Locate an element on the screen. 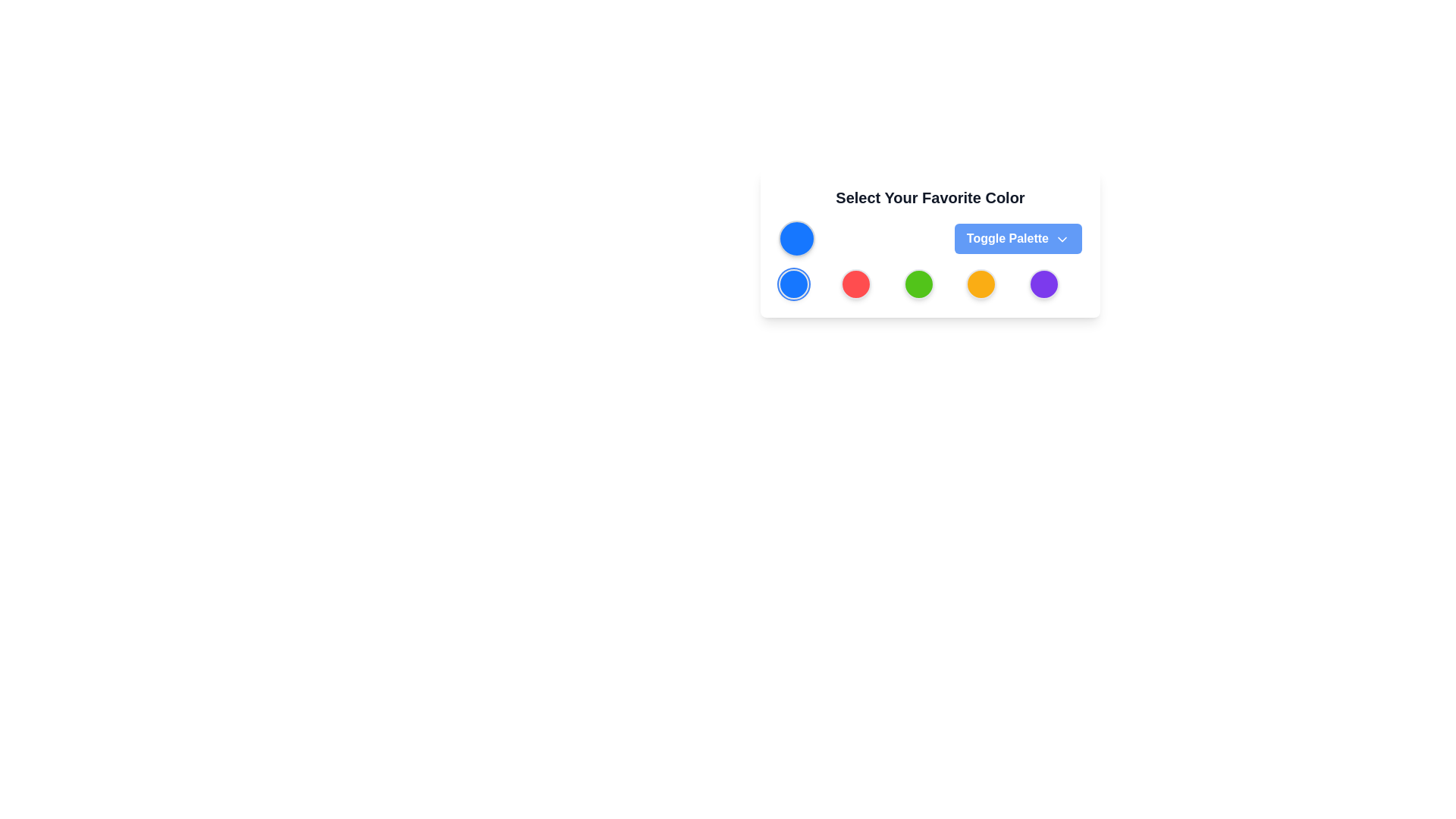  the center of the green circular color button in the grid layout located in the 'Select Your Favorite Color' panel is located at coordinates (930, 284).